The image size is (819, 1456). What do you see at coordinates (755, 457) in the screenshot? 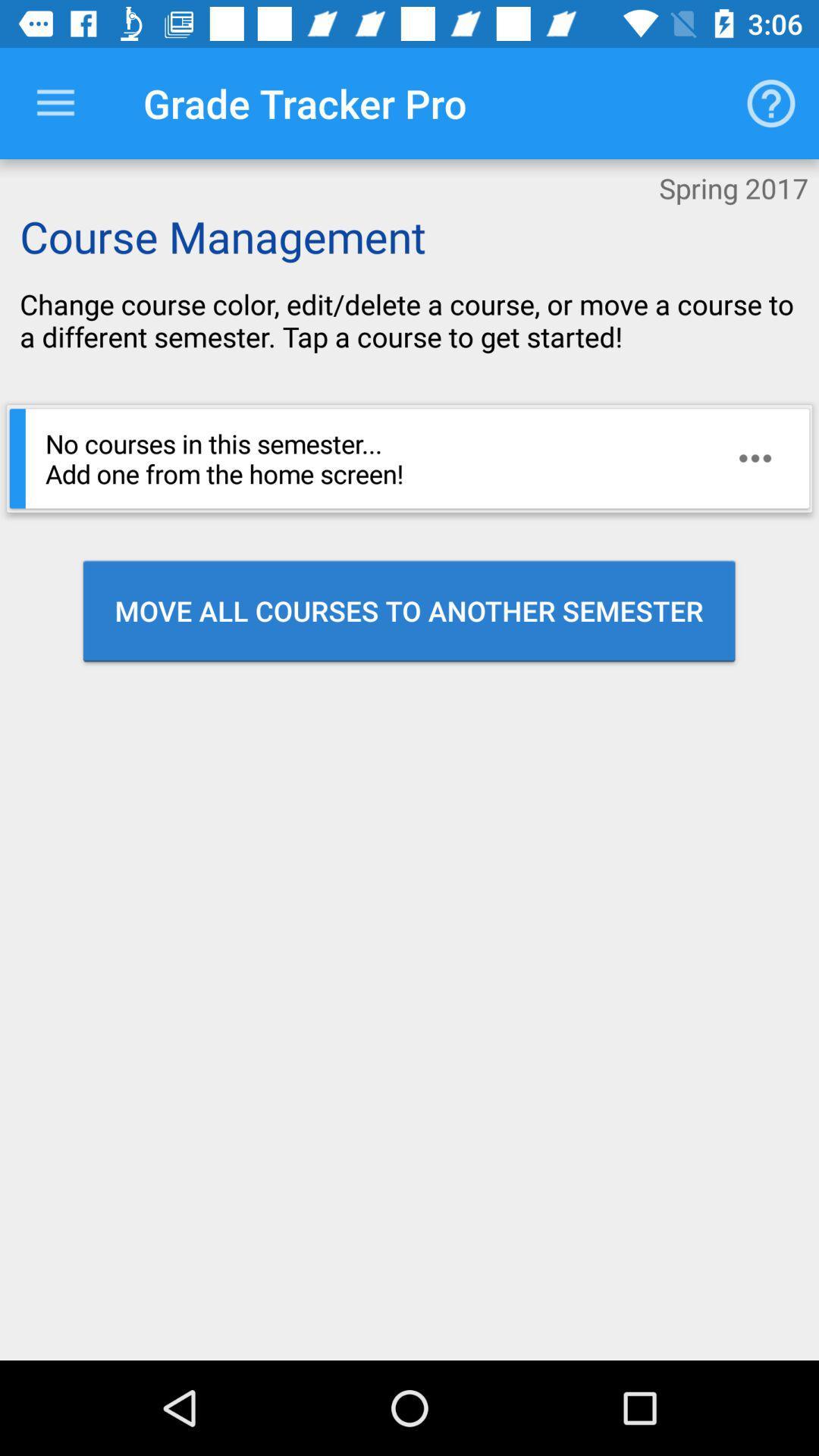
I see `more icon` at bounding box center [755, 457].